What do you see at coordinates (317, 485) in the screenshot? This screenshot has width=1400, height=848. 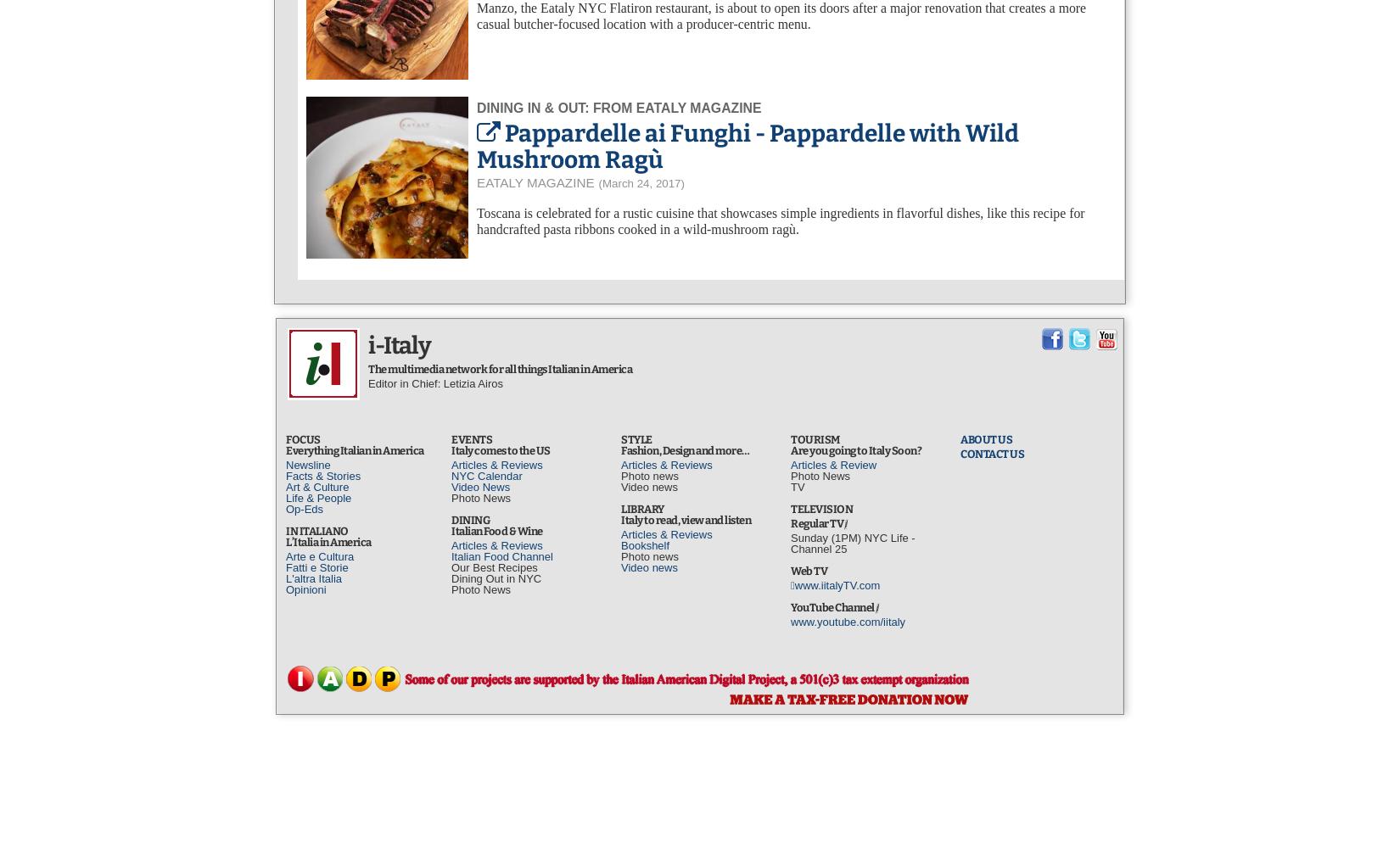 I see `'Art & Culture'` at bounding box center [317, 485].